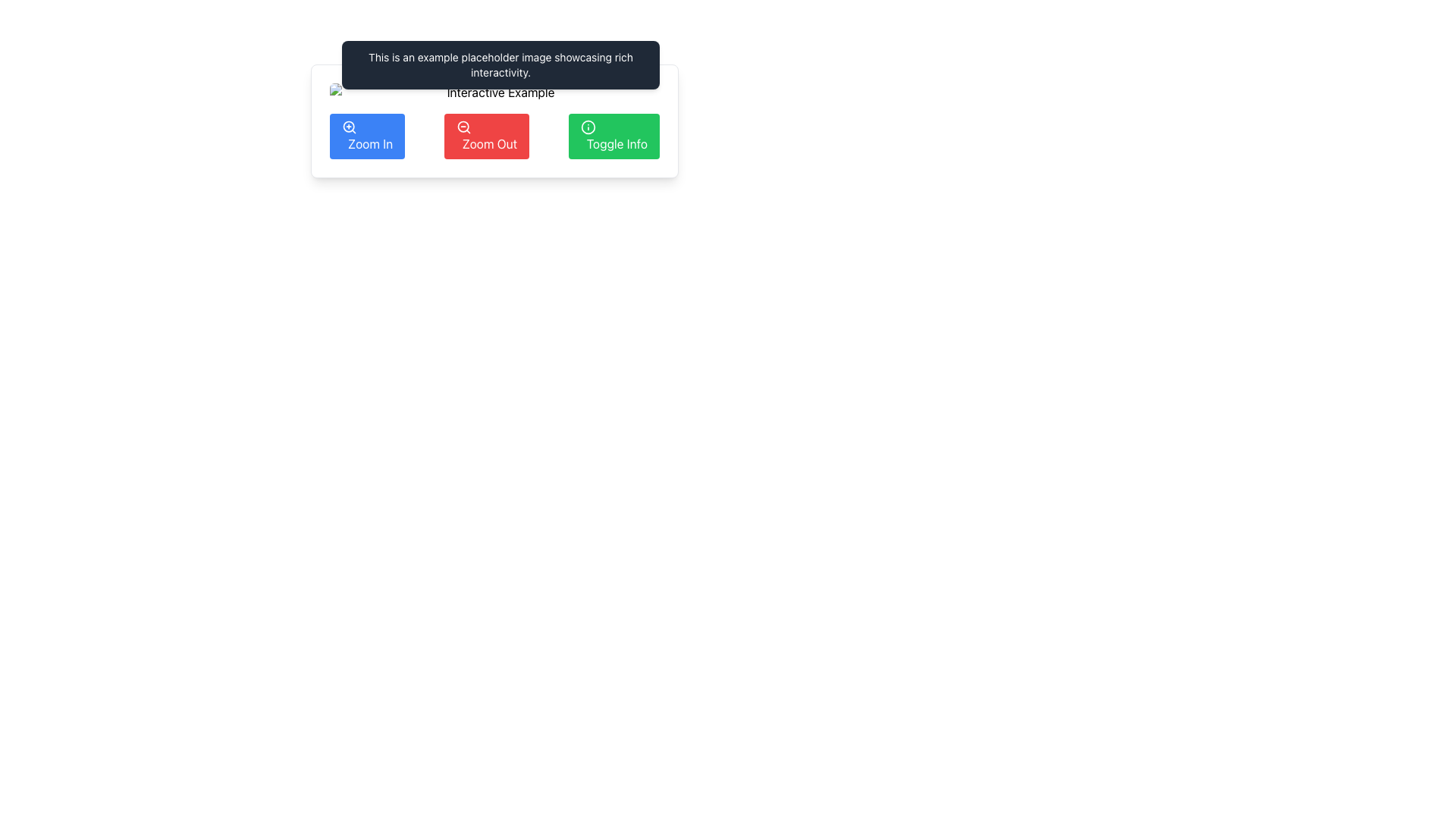 The width and height of the screenshot is (1456, 819). Describe the element at coordinates (489, 143) in the screenshot. I see `descriptive label indicating the functionality of the 'Zoom Out' button, which is positioned to the right of the icon inside the button` at that location.